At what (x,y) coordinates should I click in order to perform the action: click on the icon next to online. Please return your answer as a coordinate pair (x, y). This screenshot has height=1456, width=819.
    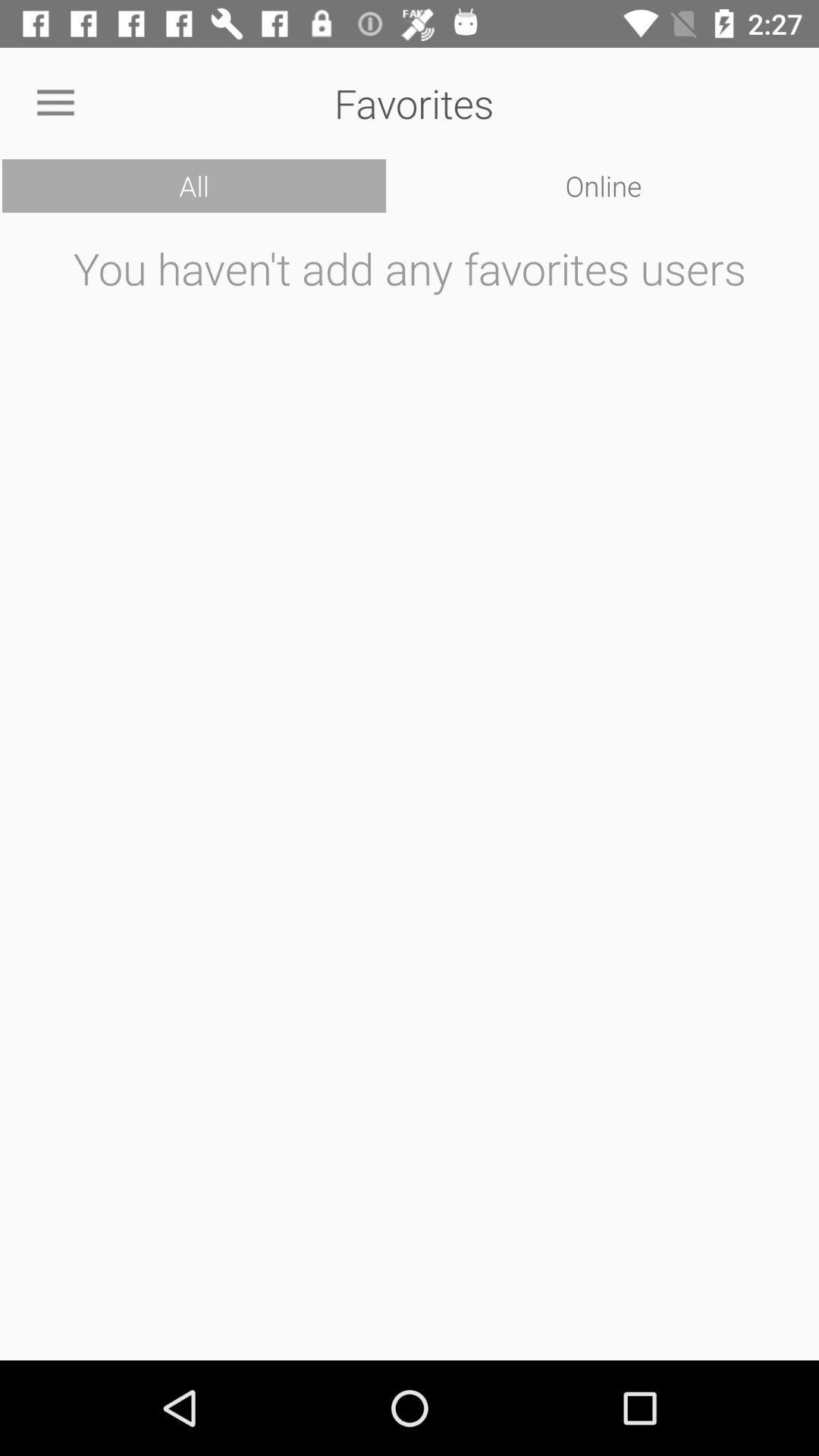
    Looking at the image, I should click on (193, 185).